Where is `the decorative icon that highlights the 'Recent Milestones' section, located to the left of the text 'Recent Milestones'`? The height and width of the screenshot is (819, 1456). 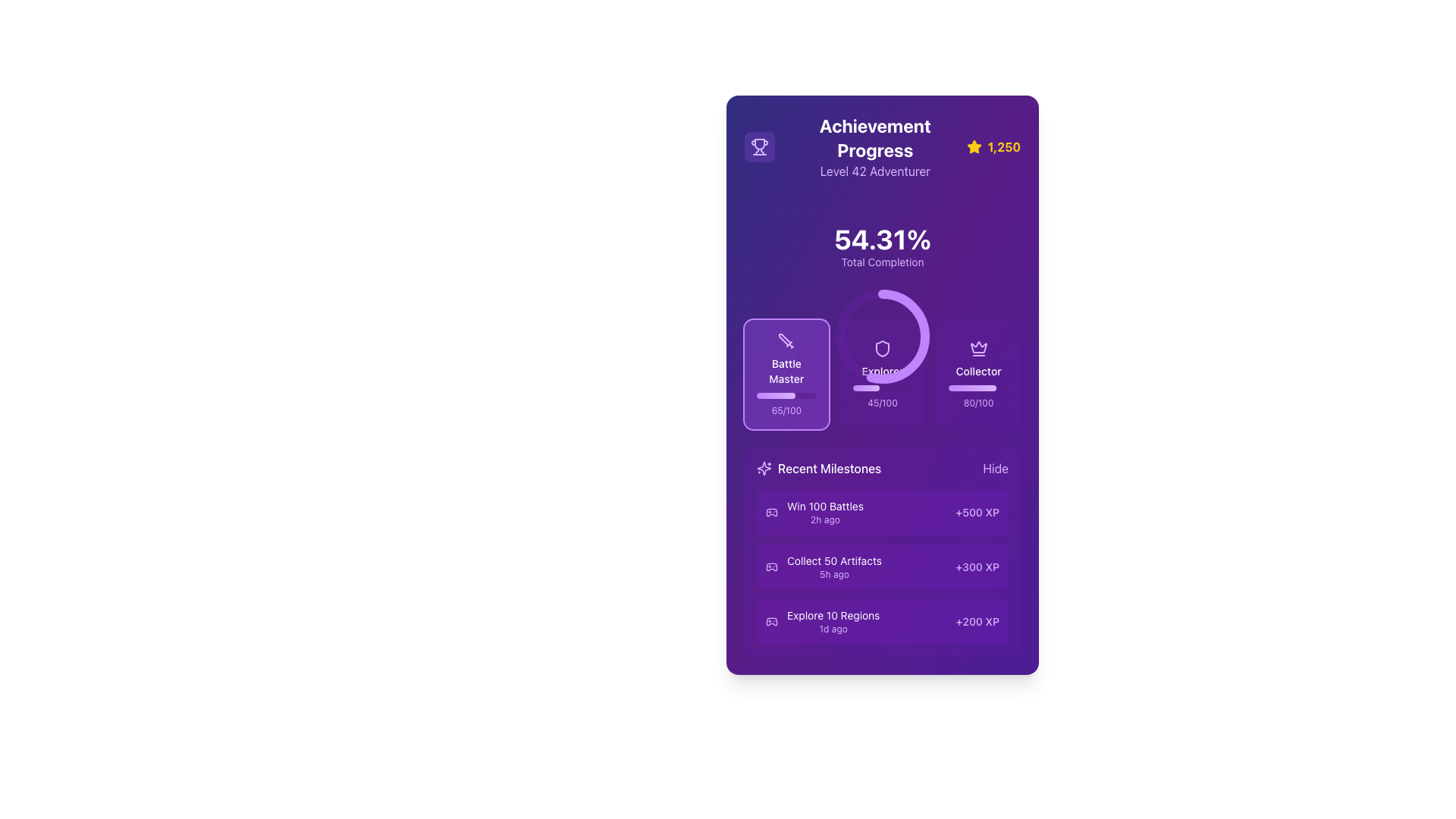
the decorative icon that highlights the 'Recent Milestones' section, located to the left of the text 'Recent Milestones' is located at coordinates (764, 467).